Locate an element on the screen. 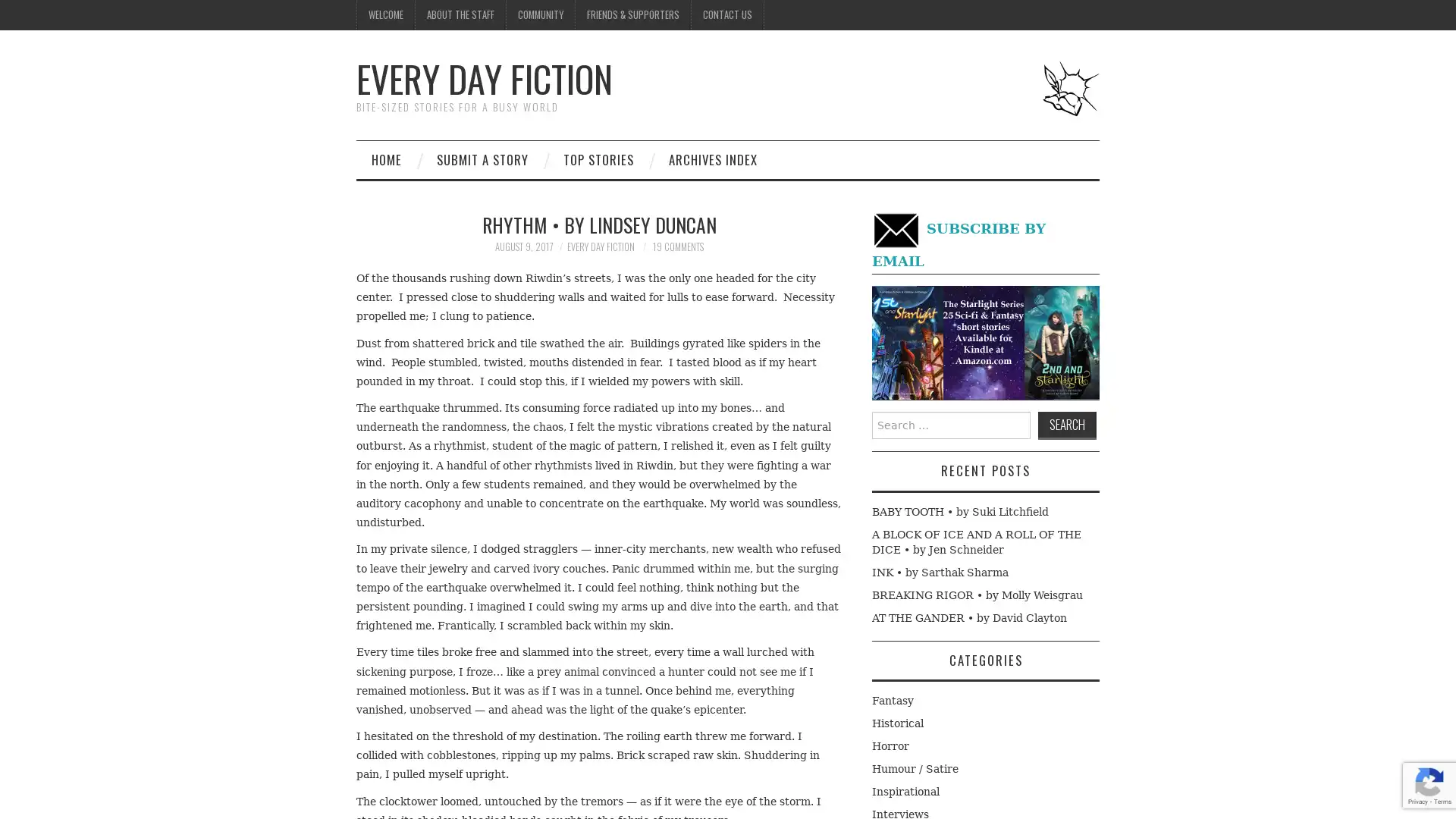  Search is located at coordinates (1066, 425).